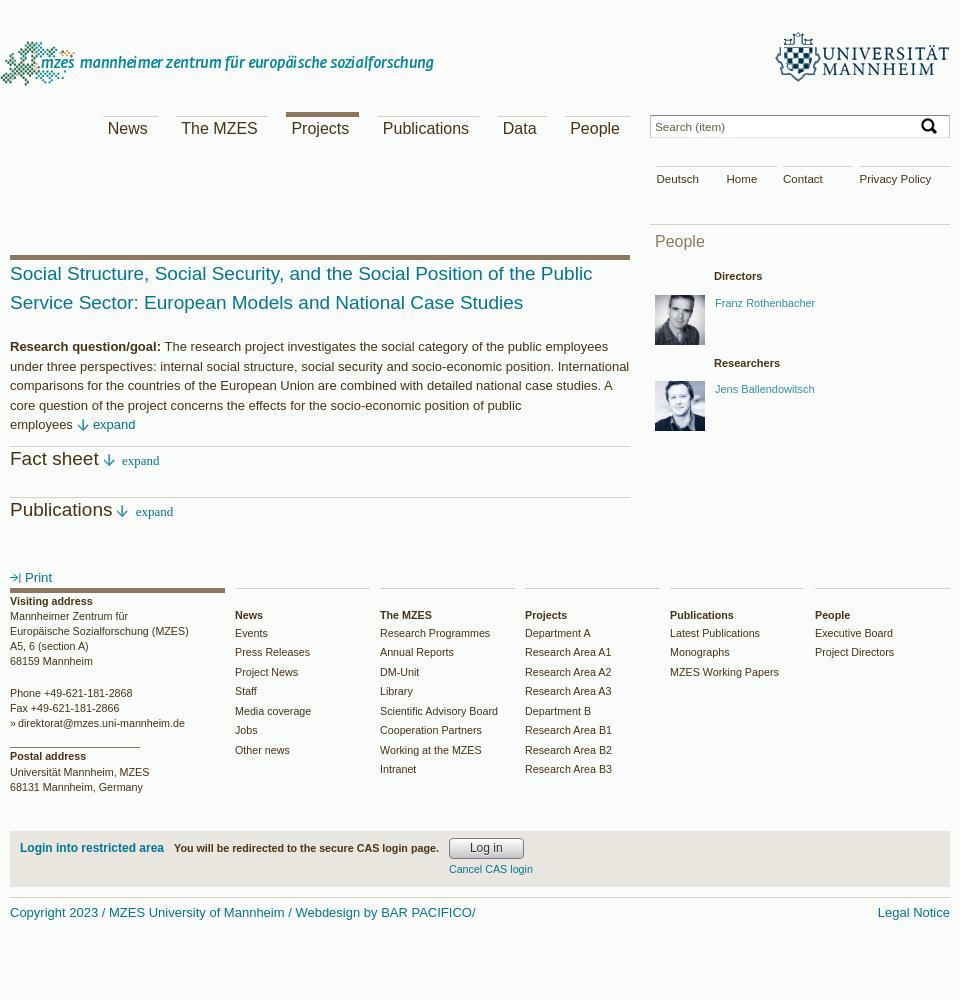 This screenshot has height=1000, width=960. What do you see at coordinates (218, 128) in the screenshot?
I see `'The MZES'` at bounding box center [218, 128].